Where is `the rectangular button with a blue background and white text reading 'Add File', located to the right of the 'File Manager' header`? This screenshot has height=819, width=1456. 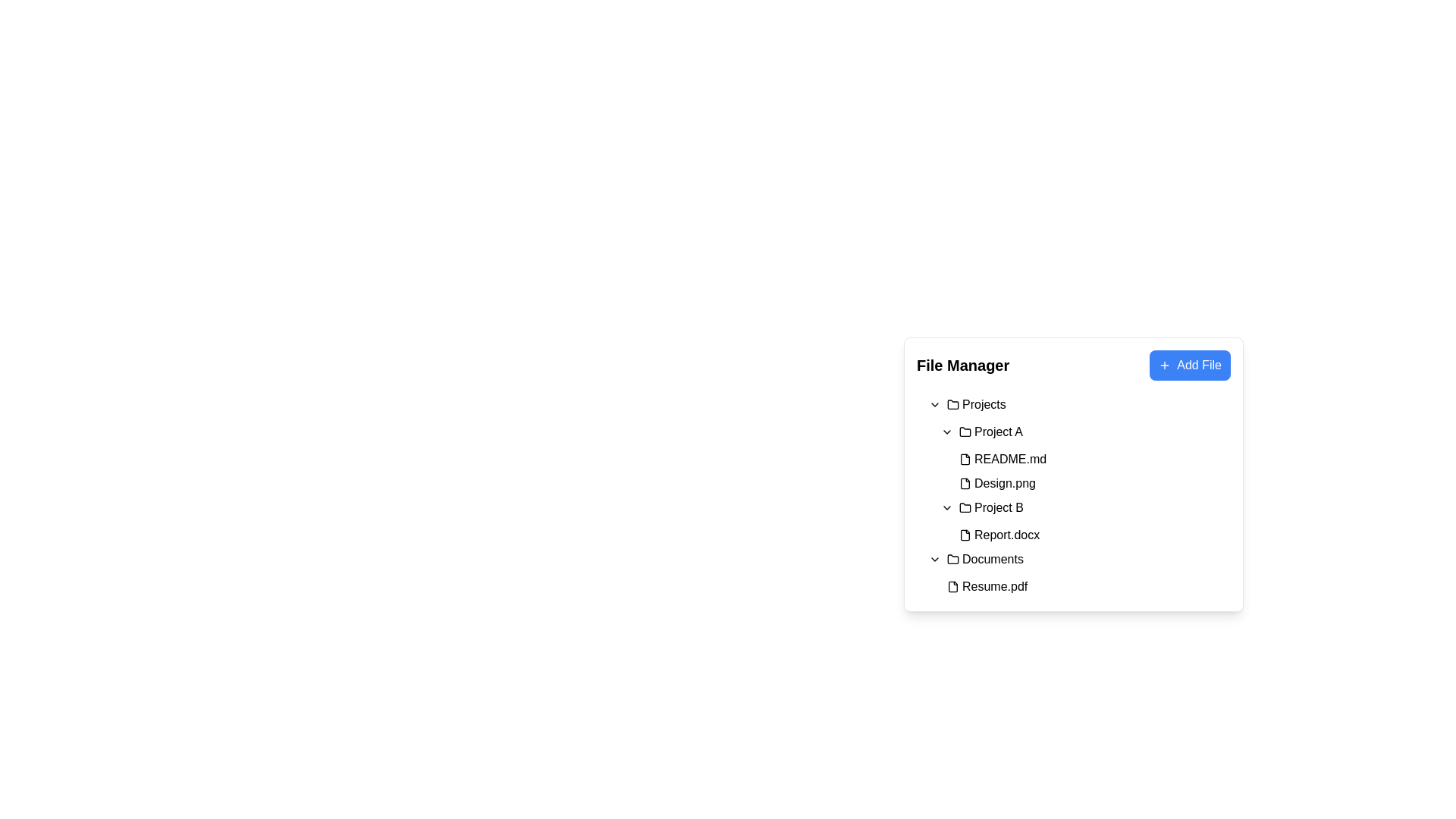
the rectangular button with a blue background and white text reading 'Add File', located to the right of the 'File Manager' header is located at coordinates (1189, 366).